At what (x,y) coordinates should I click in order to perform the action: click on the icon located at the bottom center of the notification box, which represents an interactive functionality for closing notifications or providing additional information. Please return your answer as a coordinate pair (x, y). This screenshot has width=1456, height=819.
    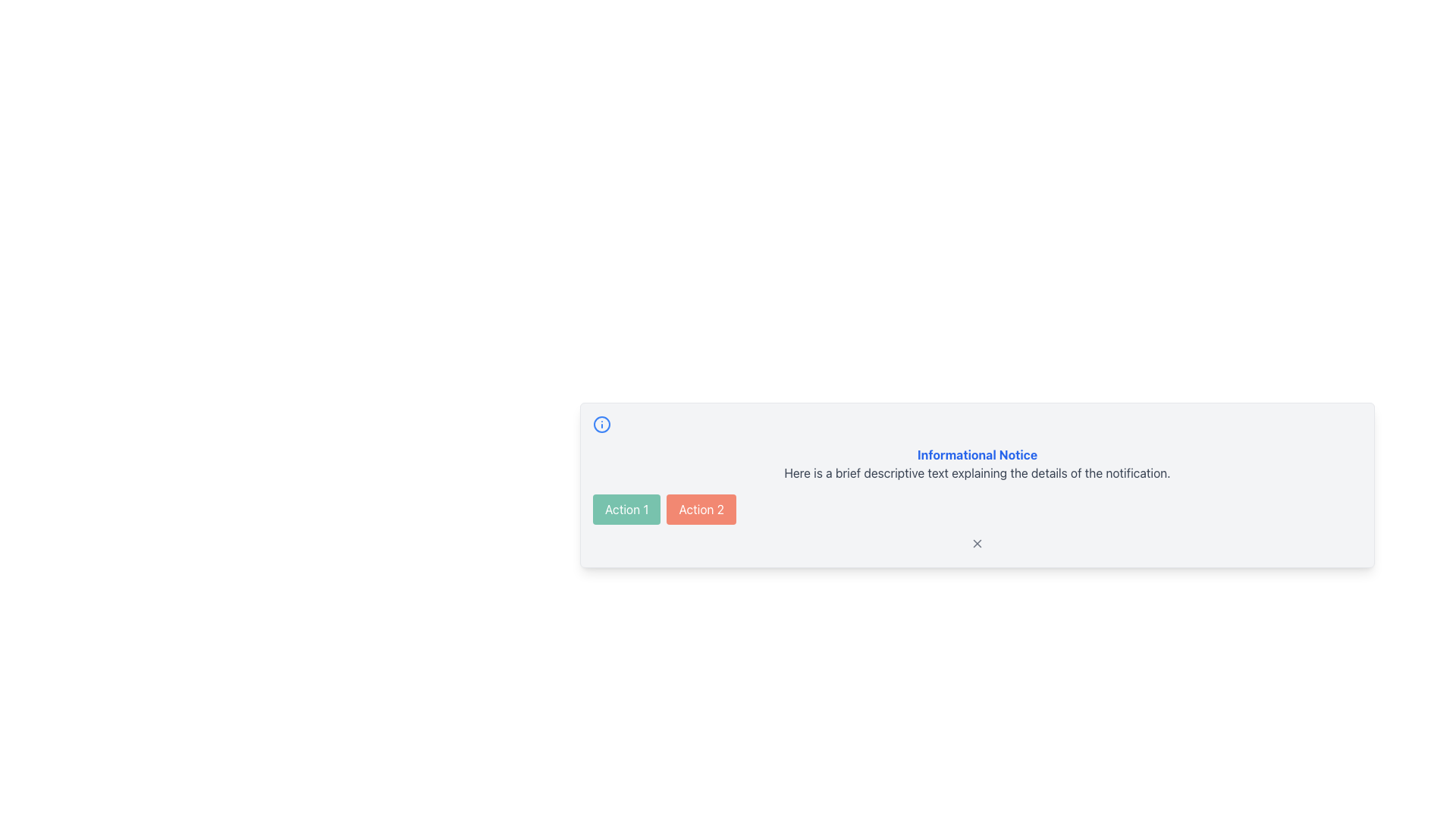
    Looking at the image, I should click on (977, 546).